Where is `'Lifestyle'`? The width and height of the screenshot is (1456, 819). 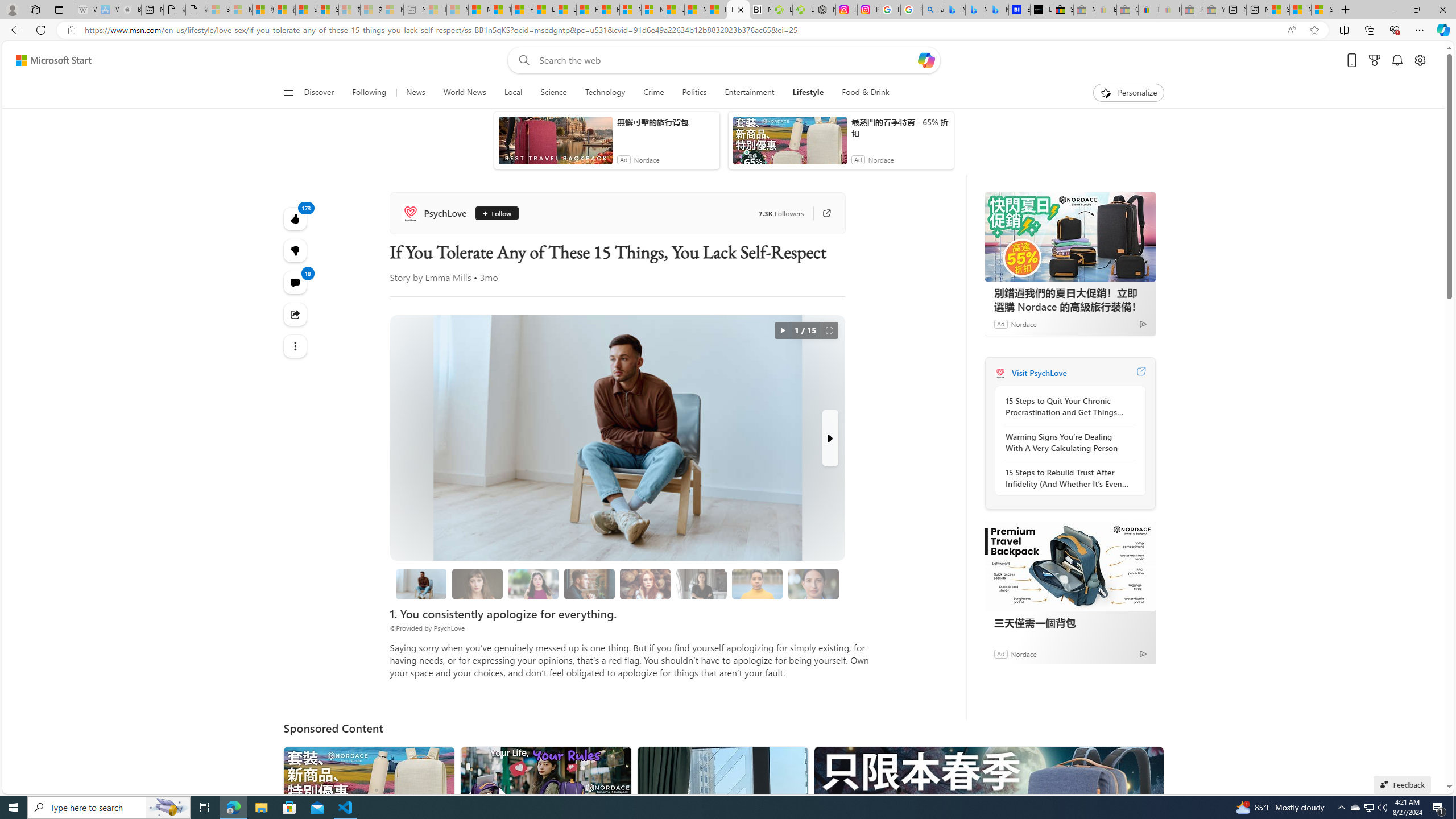
'Lifestyle' is located at coordinates (807, 92).